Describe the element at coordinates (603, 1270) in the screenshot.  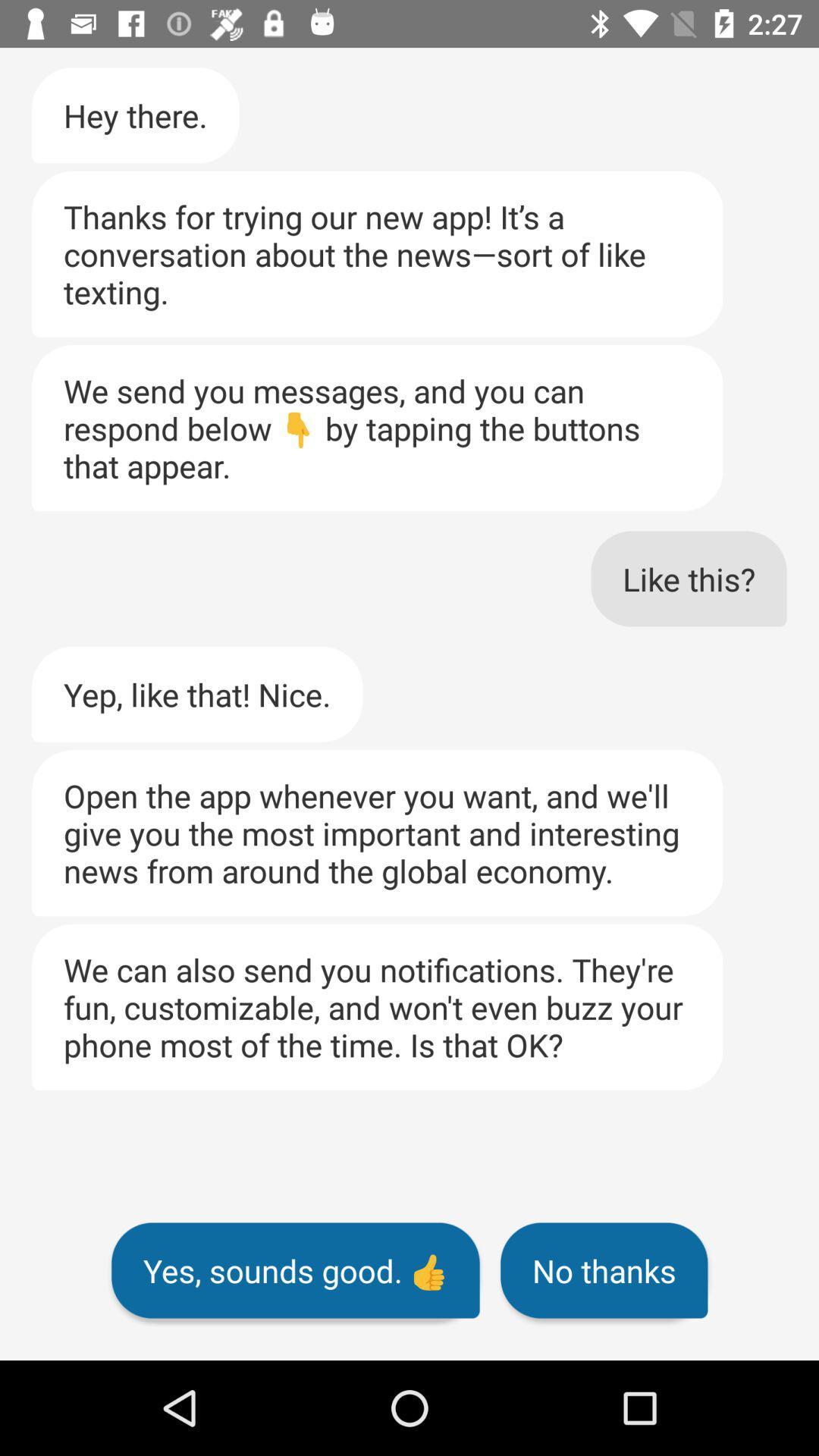
I see `no thanks item` at that location.